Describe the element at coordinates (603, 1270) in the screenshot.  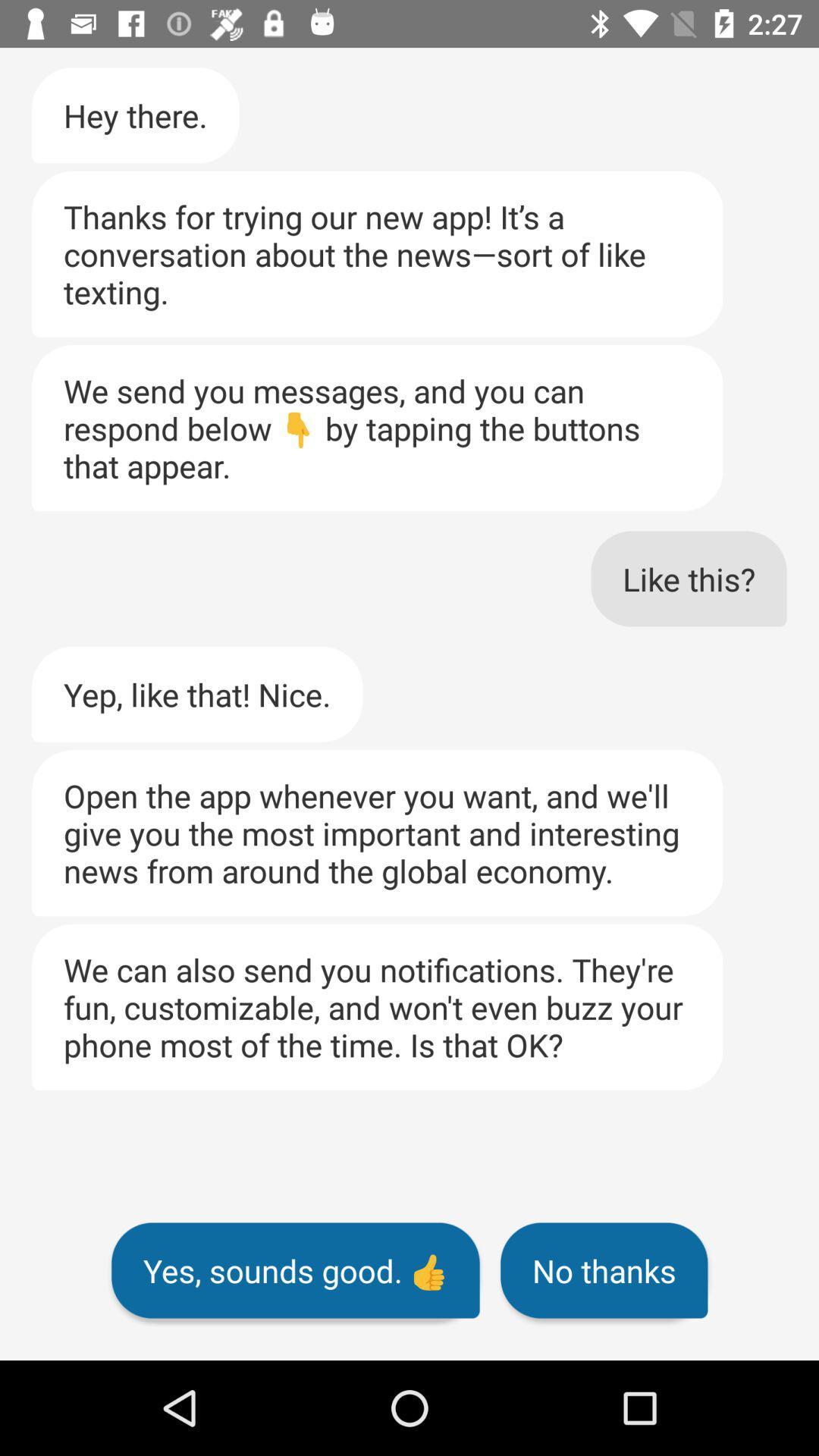
I see `no thanks item` at that location.